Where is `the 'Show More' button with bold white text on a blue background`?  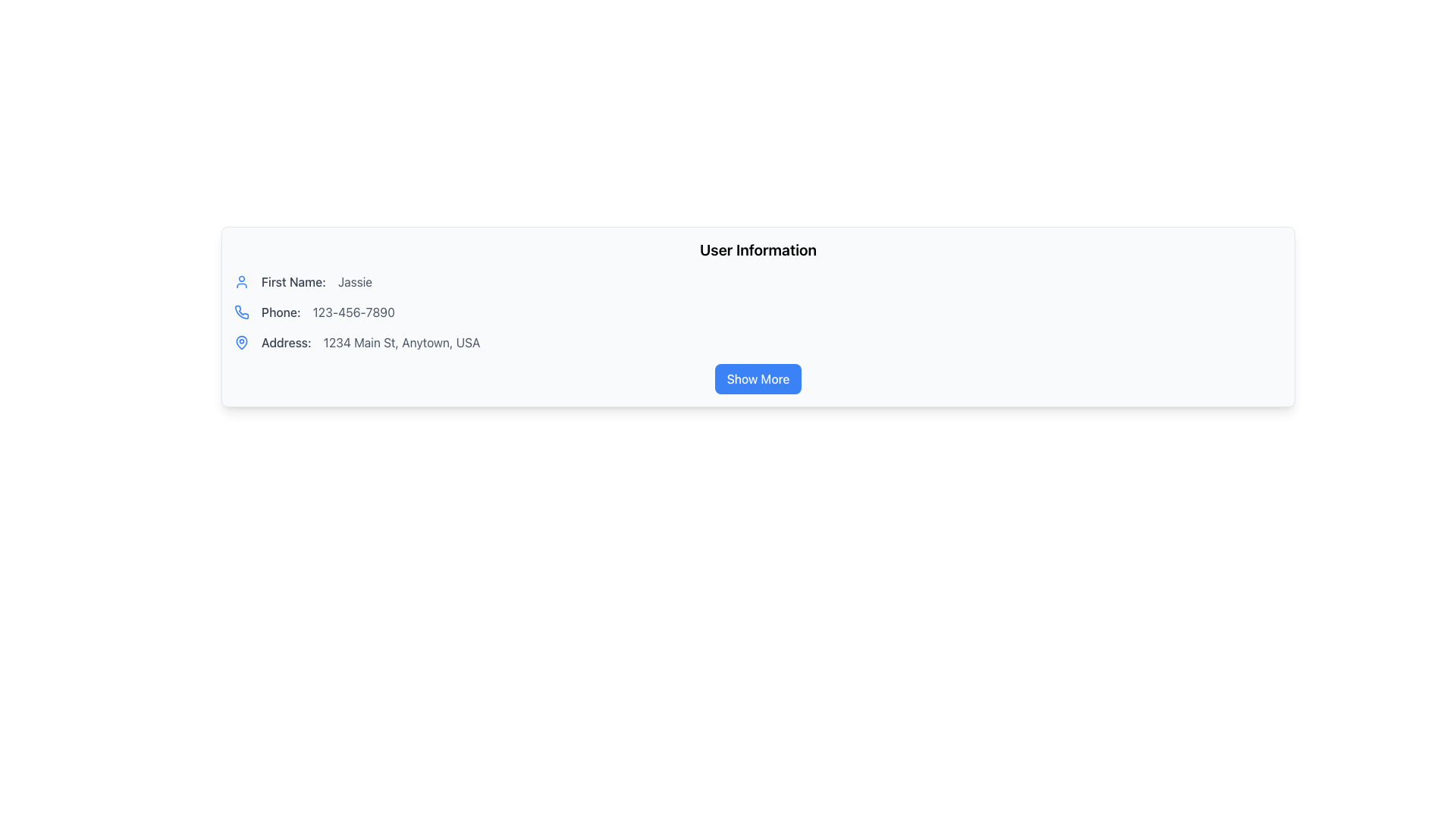
the 'Show More' button with bold white text on a blue background is located at coordinates (758, 378).